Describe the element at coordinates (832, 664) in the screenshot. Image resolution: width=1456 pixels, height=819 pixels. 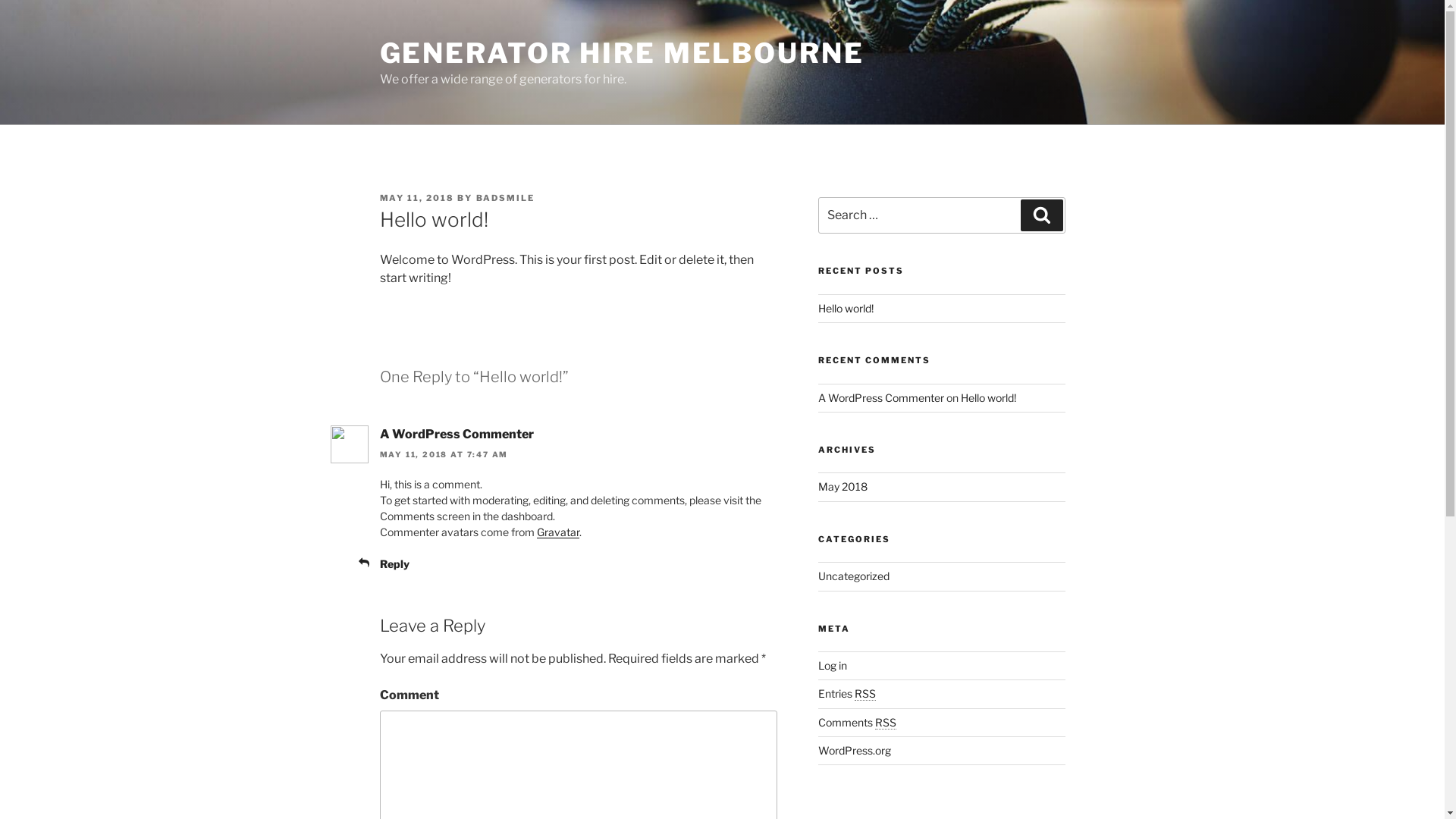
I see `'Log in'` at that location.